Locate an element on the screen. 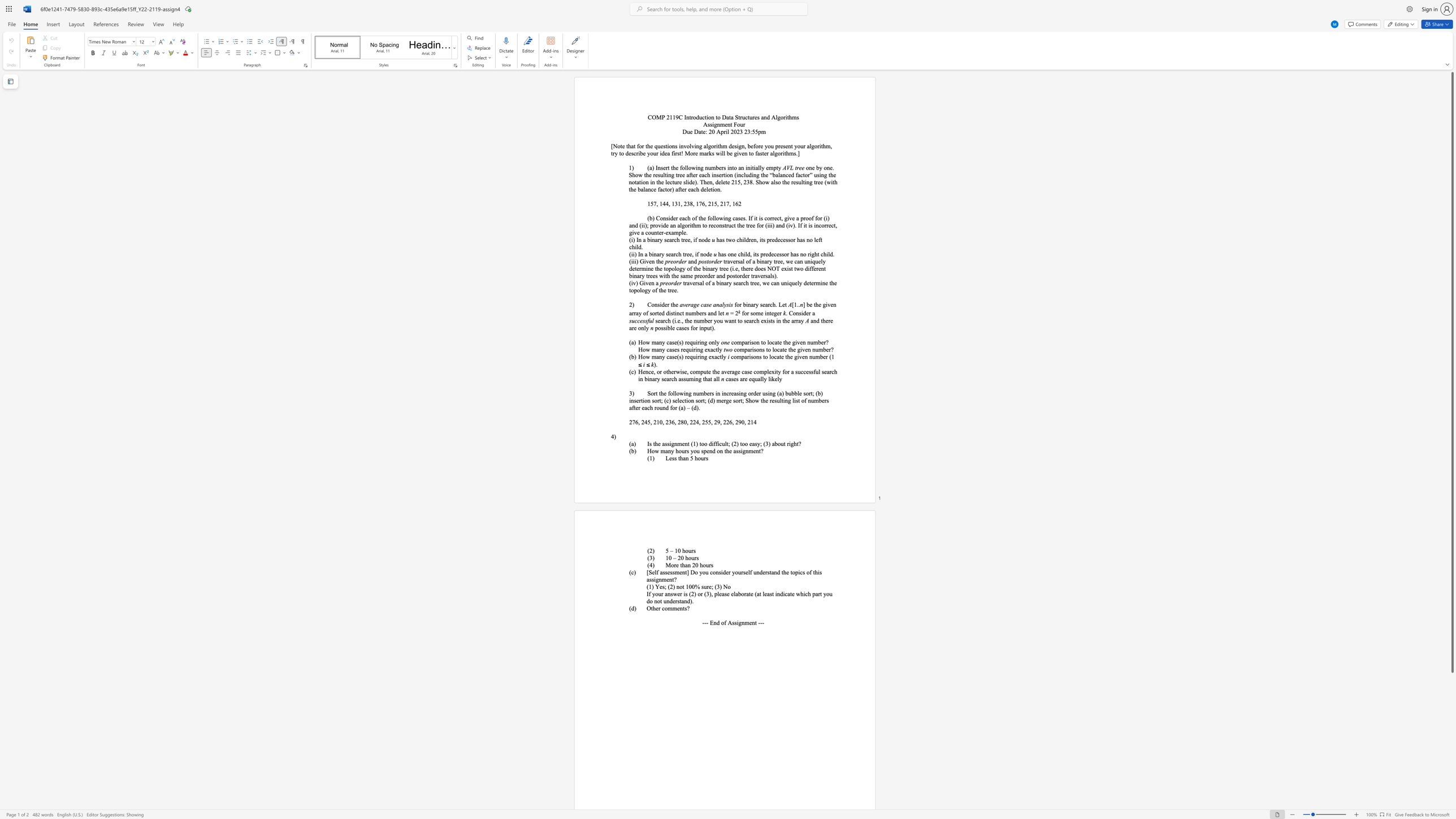 The width and height of the screenshot is (1456, 819). the 1th character "t" in the text is located at coordinates (656, 261).